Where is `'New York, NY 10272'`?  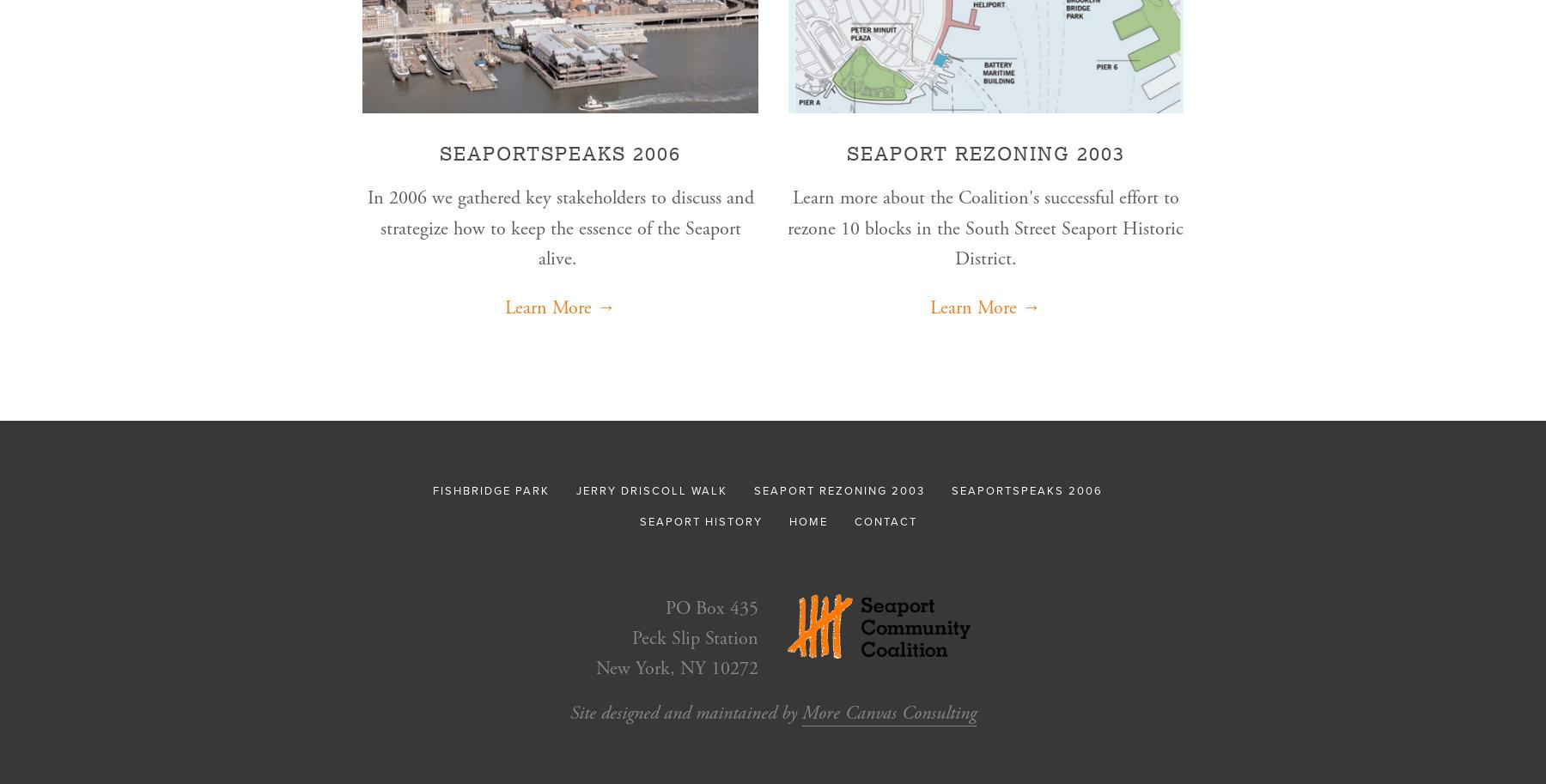
'New York, NY 10272' is located at coordinates (594, 667).